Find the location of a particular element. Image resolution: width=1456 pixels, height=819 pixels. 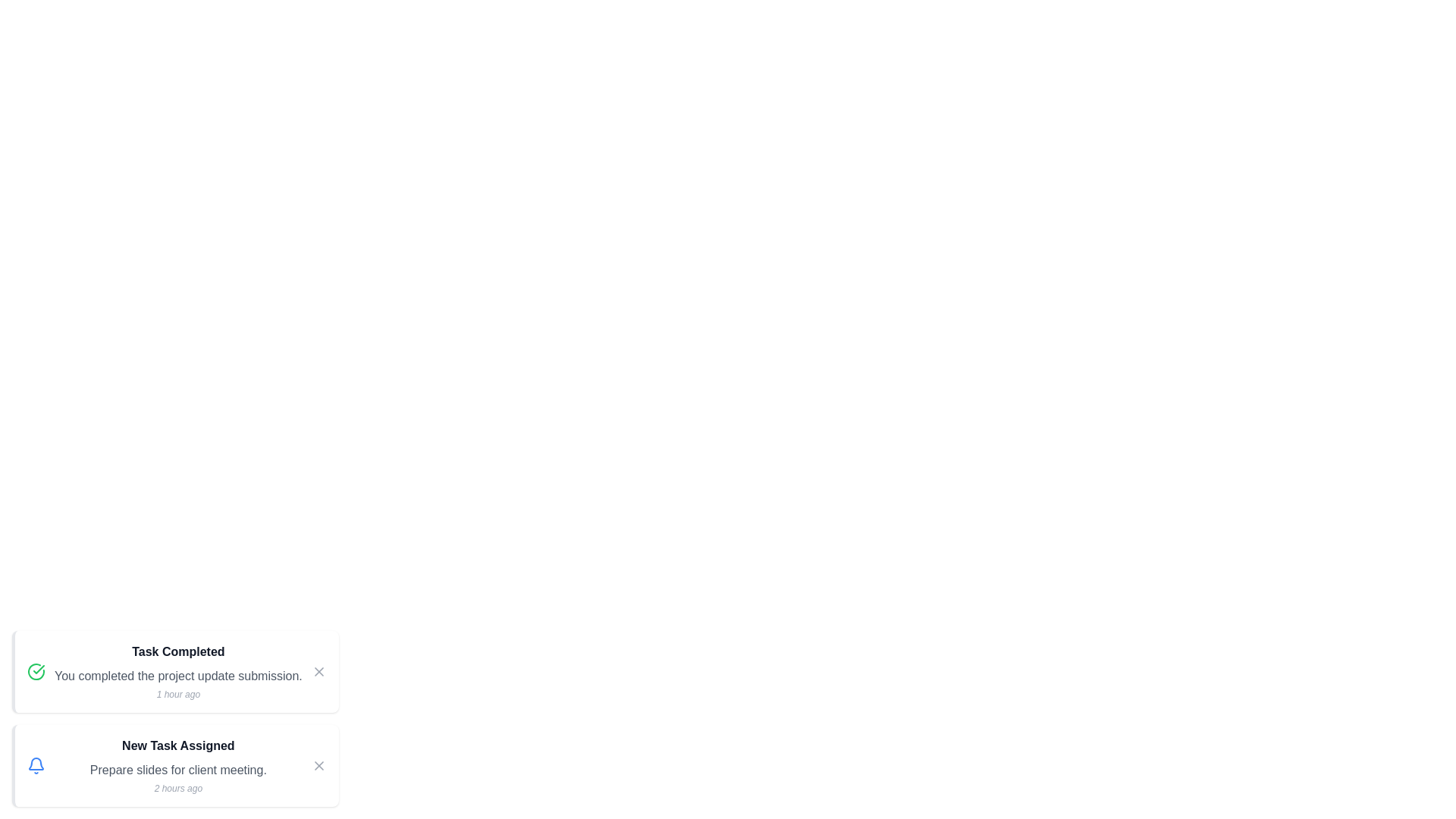

the task with title New Task Assigned and its associated icon is located at coordinates (178, 745).